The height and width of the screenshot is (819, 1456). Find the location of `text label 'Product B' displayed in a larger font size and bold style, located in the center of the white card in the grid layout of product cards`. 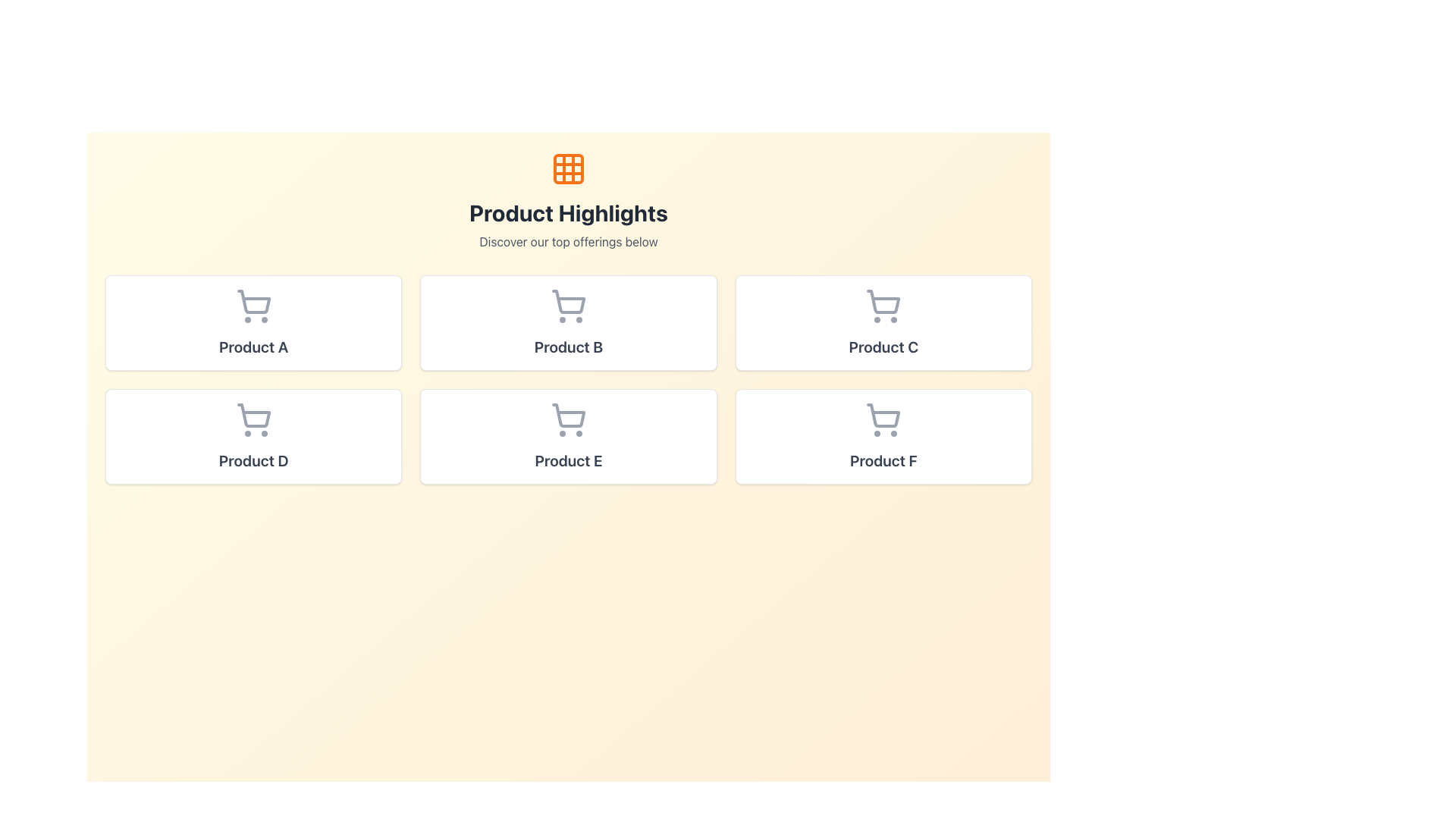

text label 'Product B' displayed in a larger font size and bold style, located in the center of the white card in the grid layout of product cards is located at coordinates (567, 347).